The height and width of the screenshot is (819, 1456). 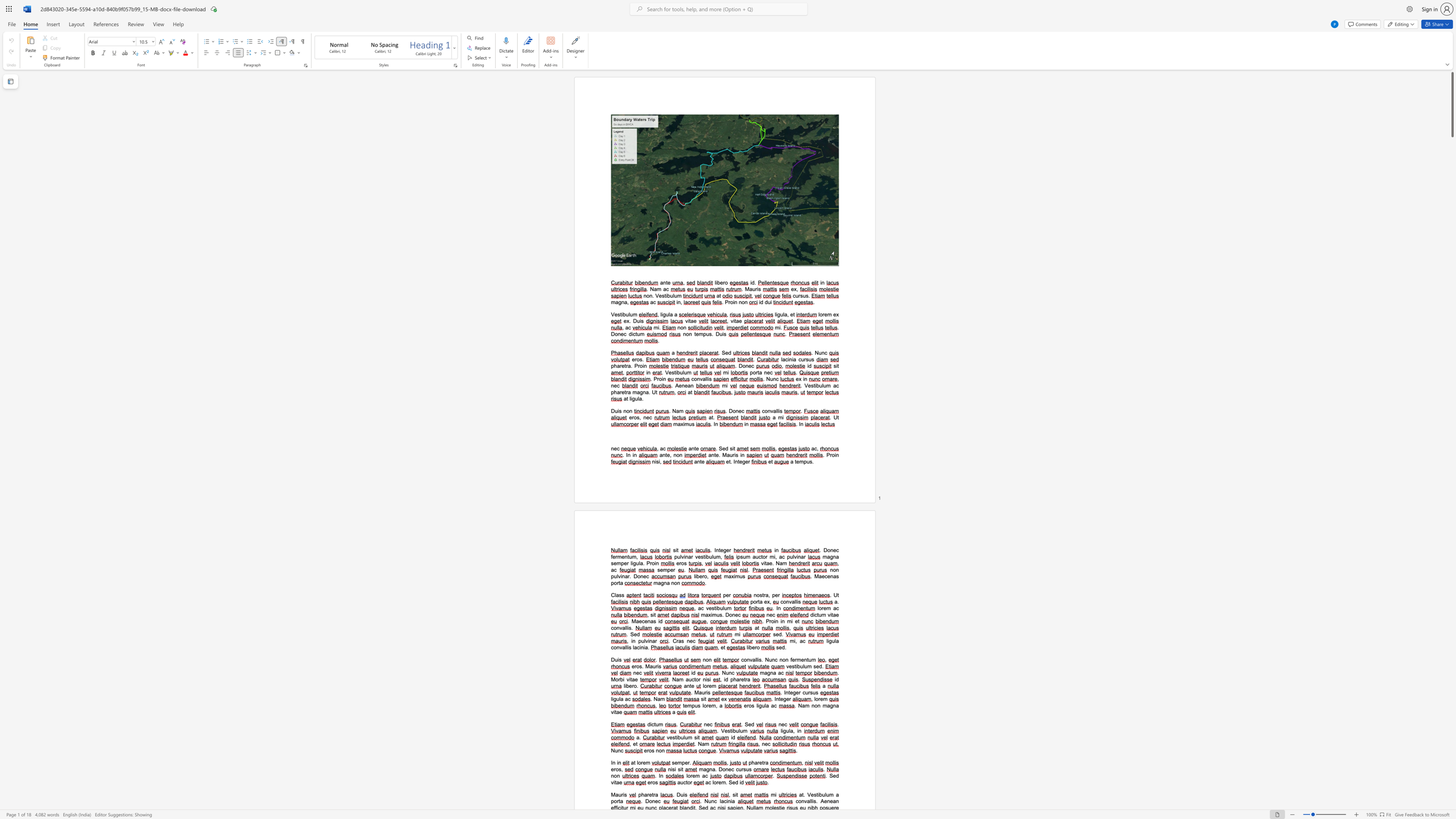 What do you see at coordinates (634, 666) in the screenshot?
I see `the space between the continuous character "e" and "r" in the text` at bounding box center [634, 666].